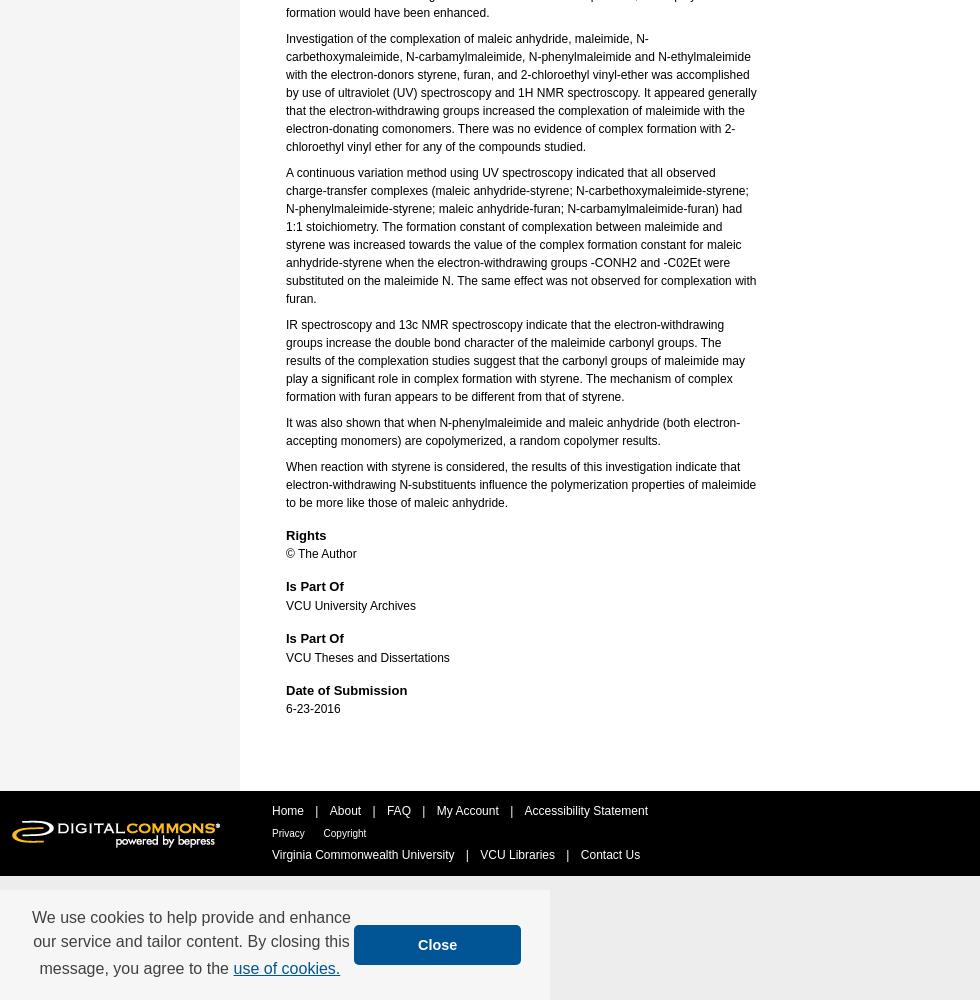 The image size is (980, 1000). Describe the element at coordinates (289, 811) in the screenshot. I see `'Home'` at that location.